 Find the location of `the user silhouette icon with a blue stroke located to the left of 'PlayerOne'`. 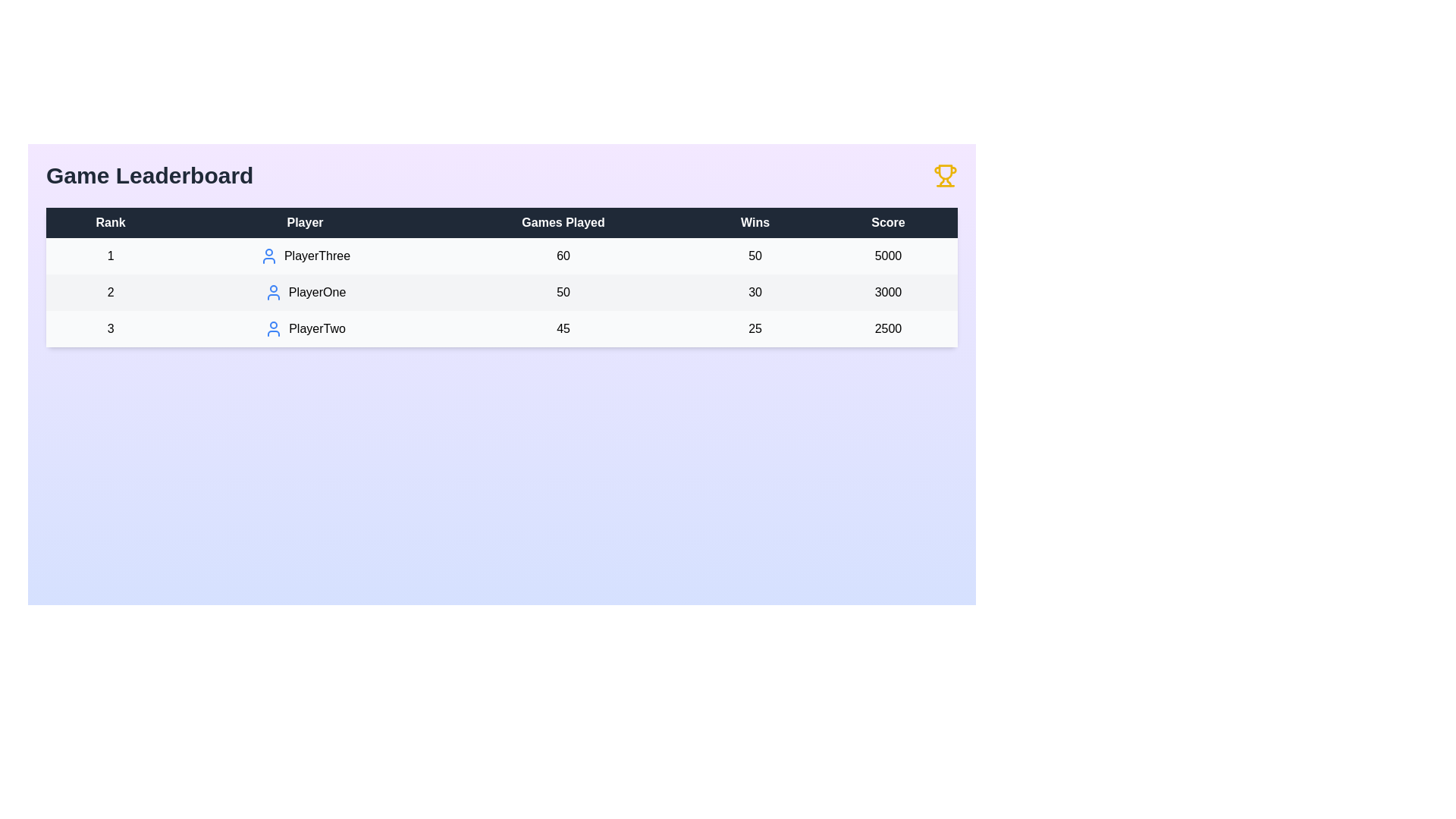

the user silhouette icon with a blue stroke located to the left of 'PlayerOne' is located at coordinates (273, 292).